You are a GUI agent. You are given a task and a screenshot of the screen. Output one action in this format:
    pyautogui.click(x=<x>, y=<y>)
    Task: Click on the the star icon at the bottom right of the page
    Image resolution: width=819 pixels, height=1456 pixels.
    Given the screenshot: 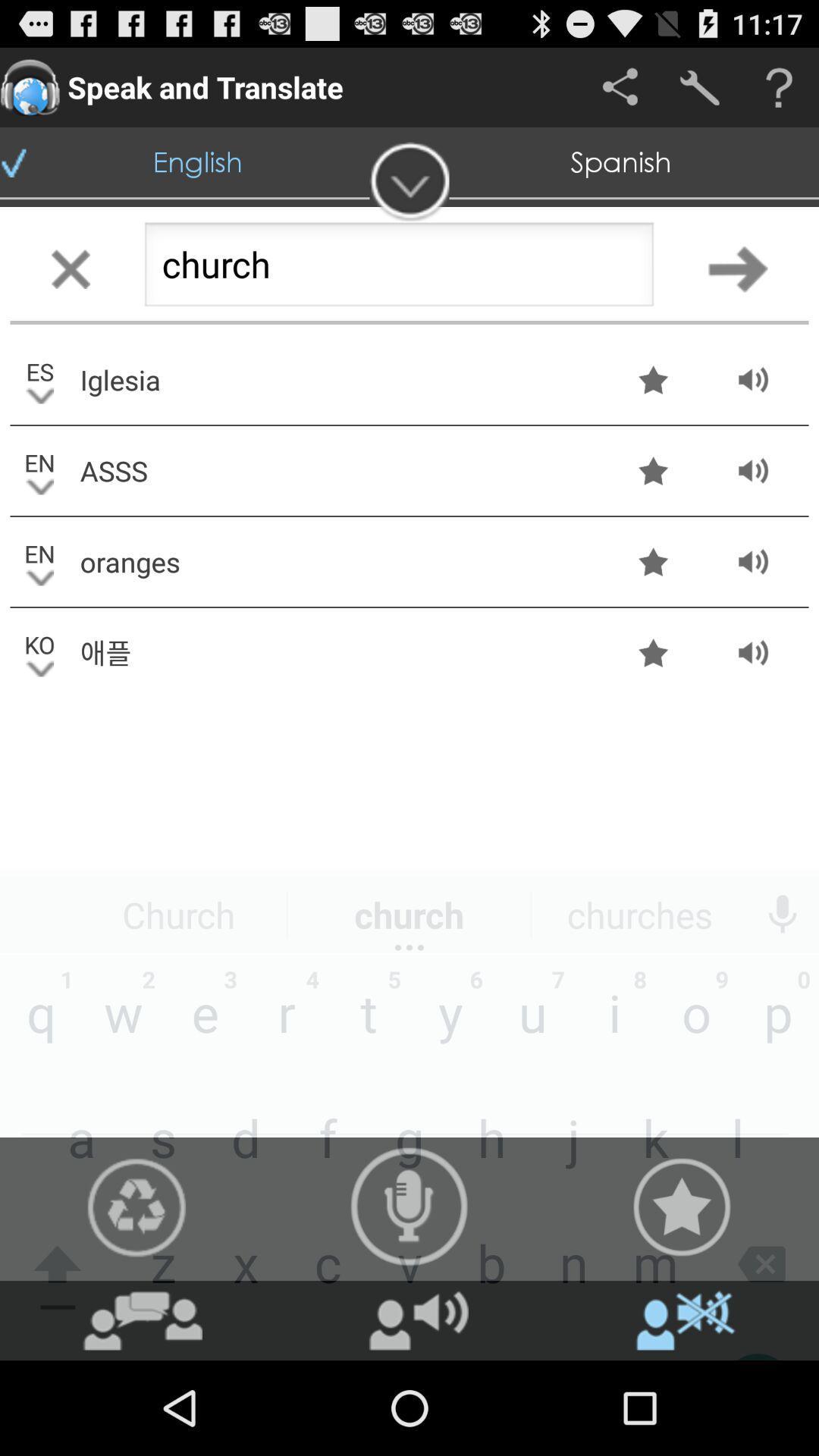 What is the action you would take?
    pyautogui.click(x=681, y=1207)
    